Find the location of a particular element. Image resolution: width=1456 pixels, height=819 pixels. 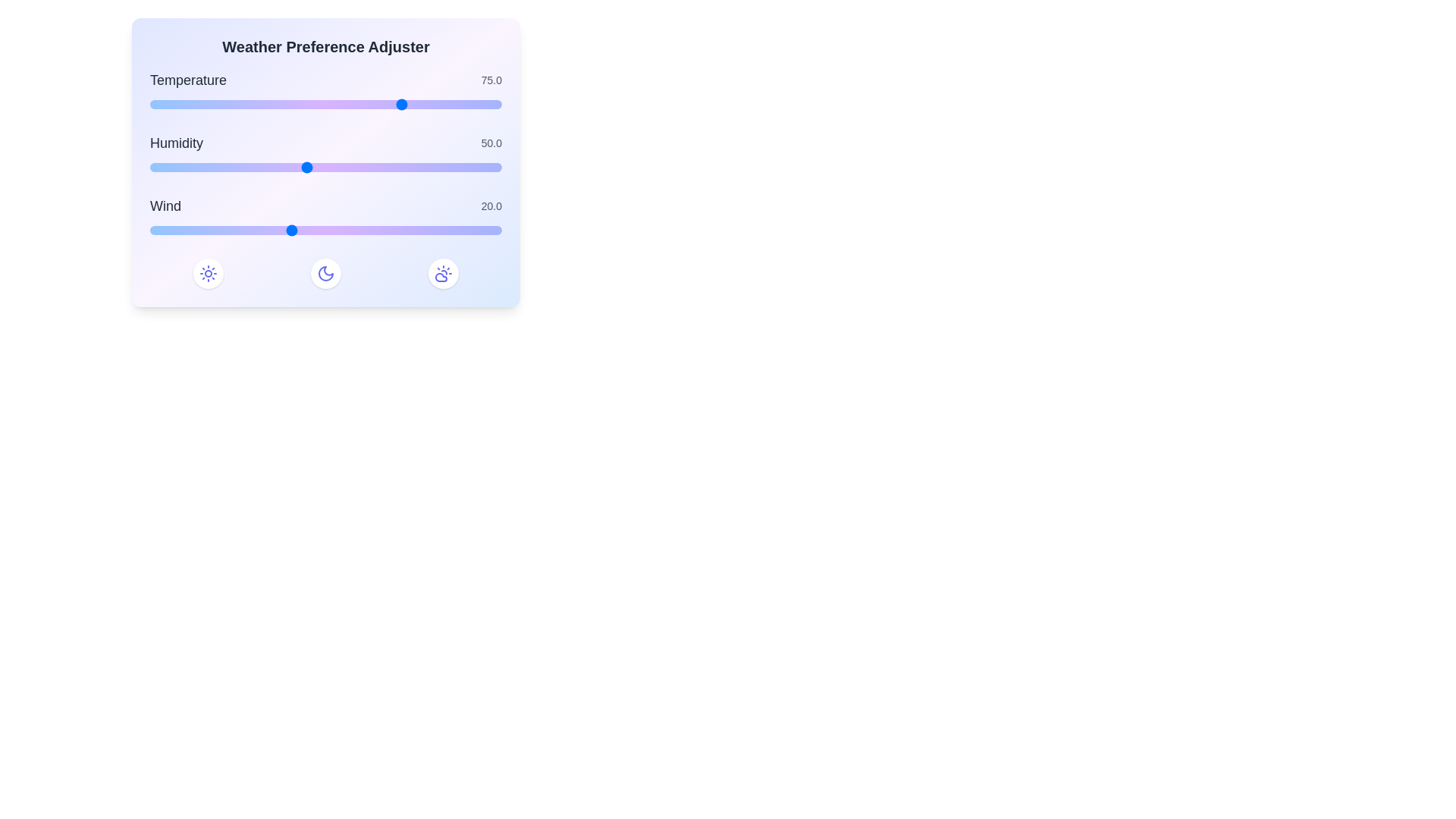

the crescent moon-shaped graphical icon in the bottom right of the 'Weather Preference Adjuster' panel is located at coordinates (325, 274).